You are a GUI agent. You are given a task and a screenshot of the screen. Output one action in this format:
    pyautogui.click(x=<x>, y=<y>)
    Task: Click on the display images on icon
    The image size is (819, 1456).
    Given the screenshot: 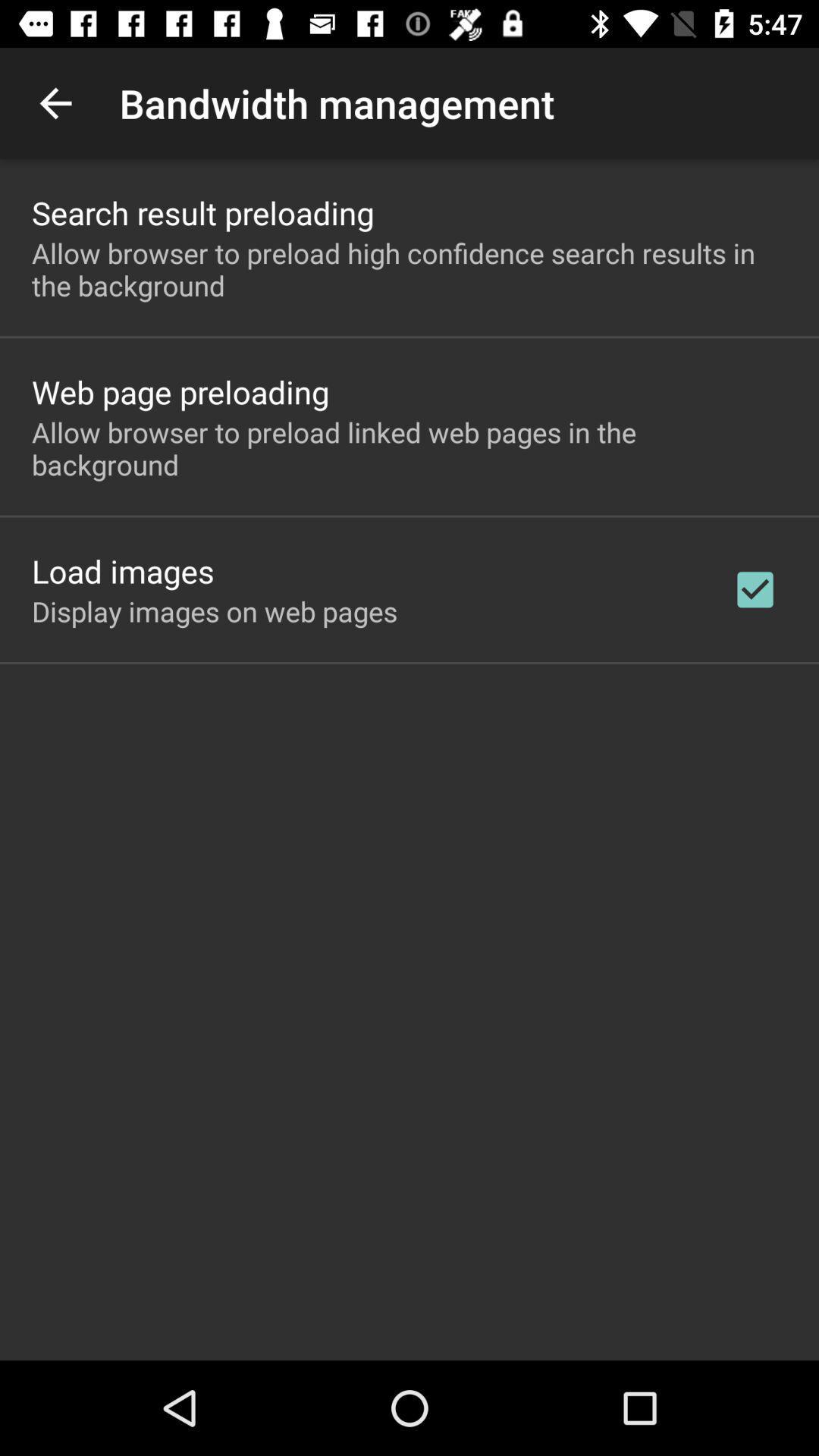 What is the action you would take?
    pyautogui.click(x=215, y=611)
    